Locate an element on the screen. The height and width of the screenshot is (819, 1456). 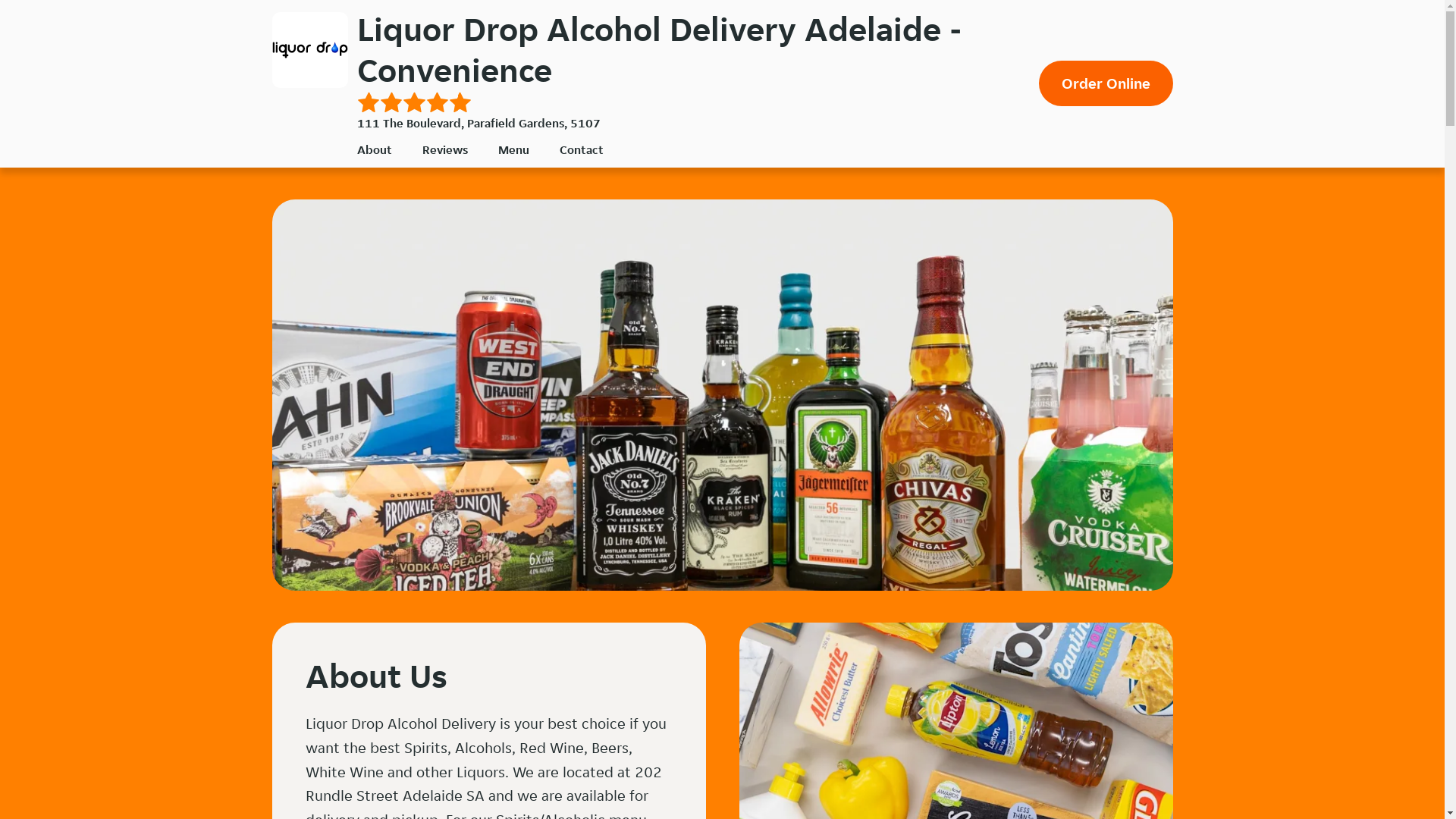
'Reviews' is located at coordinates (443, 149).